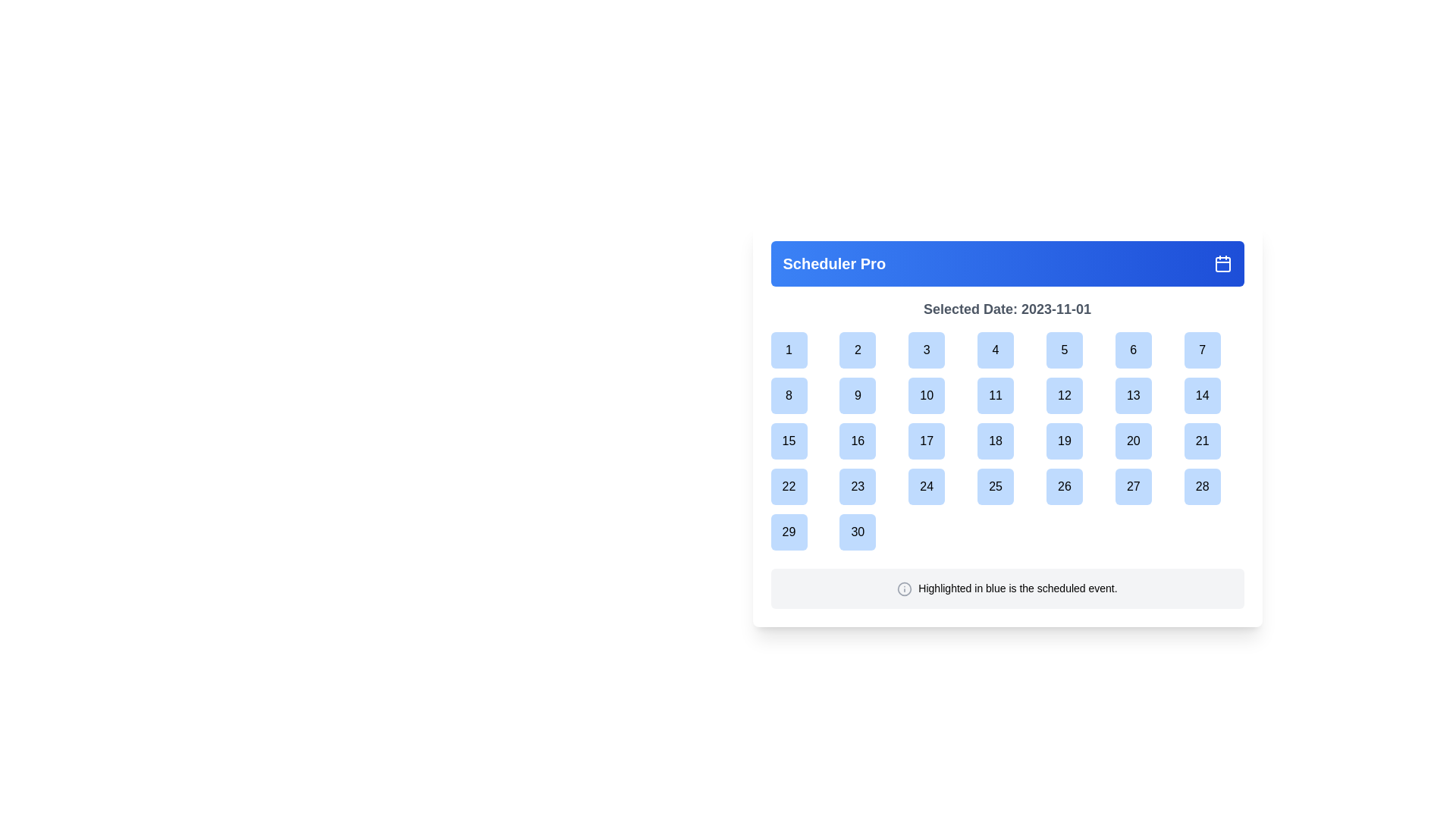 Image resolution: width=1456 pixels, height=819 pixels. What do you see at coordinates (1201, 486) in the screenshot?
I see `the square button with a rounded border, light blue background, and the text '28' centered in black` at bounding box center [1201, 486].